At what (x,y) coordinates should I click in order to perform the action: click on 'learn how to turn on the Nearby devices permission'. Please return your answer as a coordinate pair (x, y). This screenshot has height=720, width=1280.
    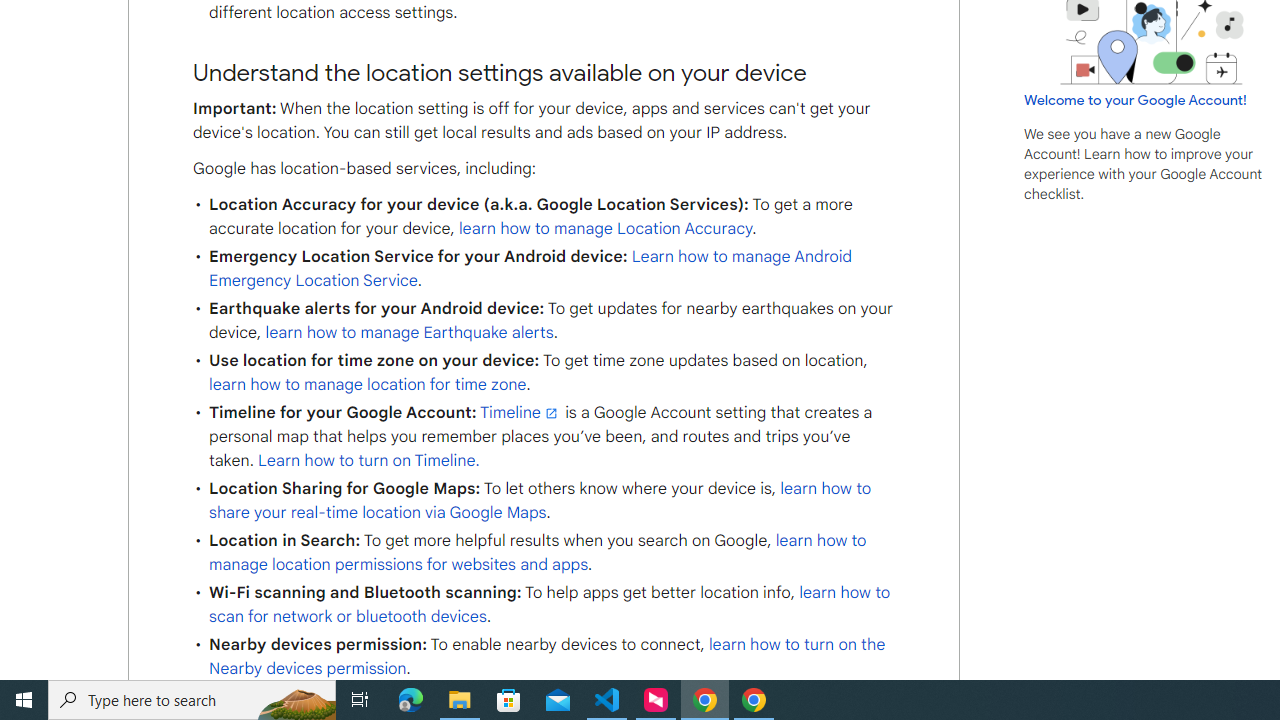
    Looking at the image, I should click on (547, 657).